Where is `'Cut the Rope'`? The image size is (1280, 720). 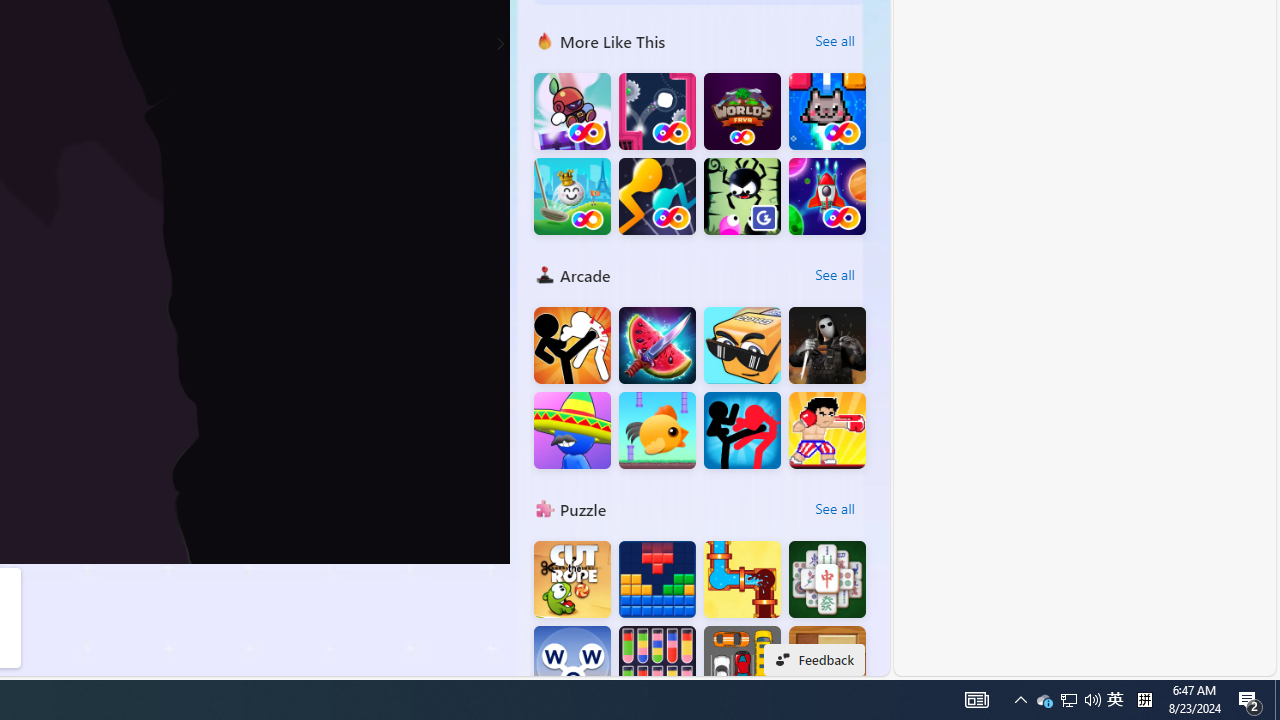 'Cut the Rope' is located at coordinates (571, 579).